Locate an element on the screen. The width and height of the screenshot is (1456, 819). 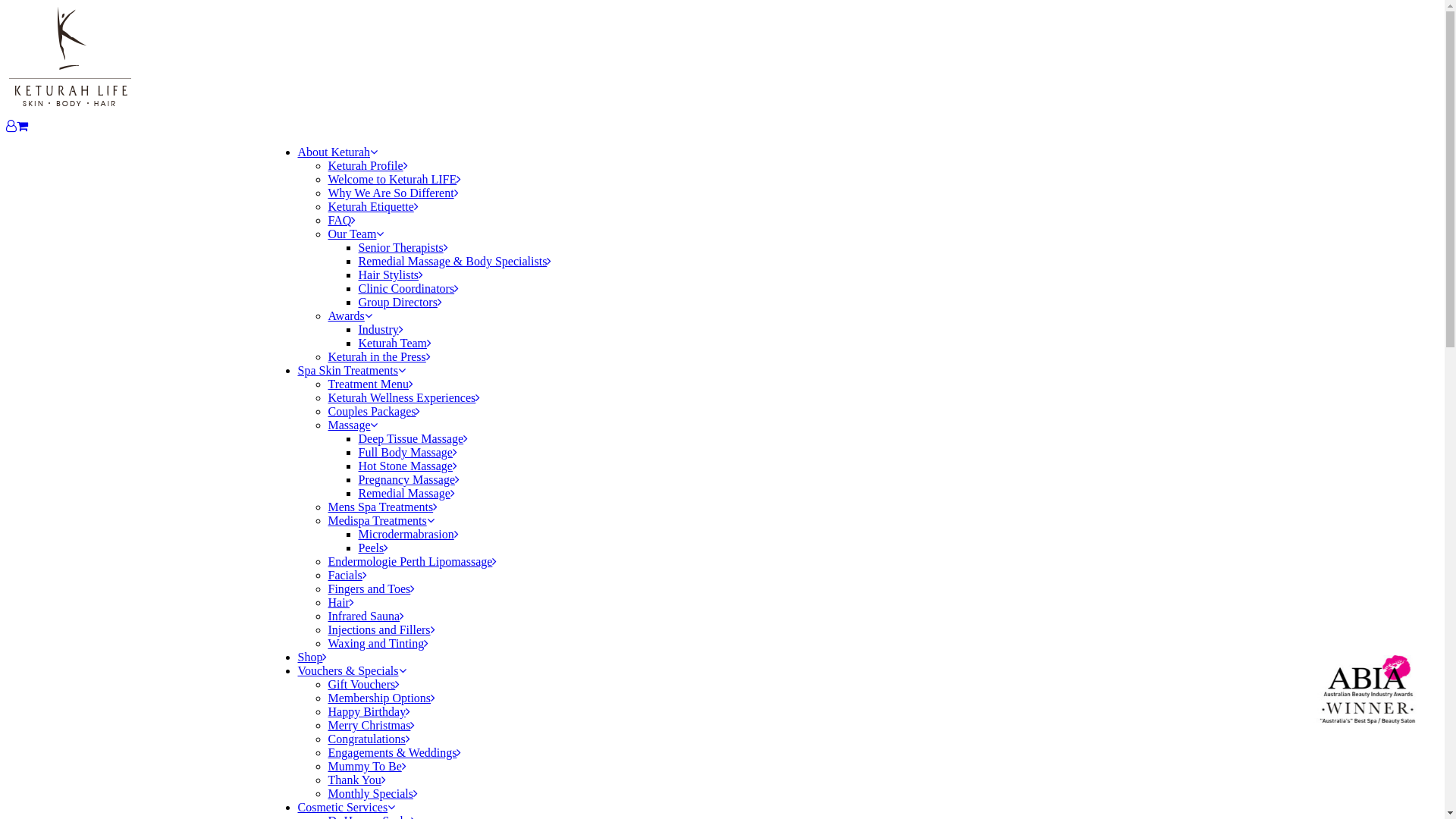
'Keturah Wellness Experiences' is located at coordinates (403, 397).